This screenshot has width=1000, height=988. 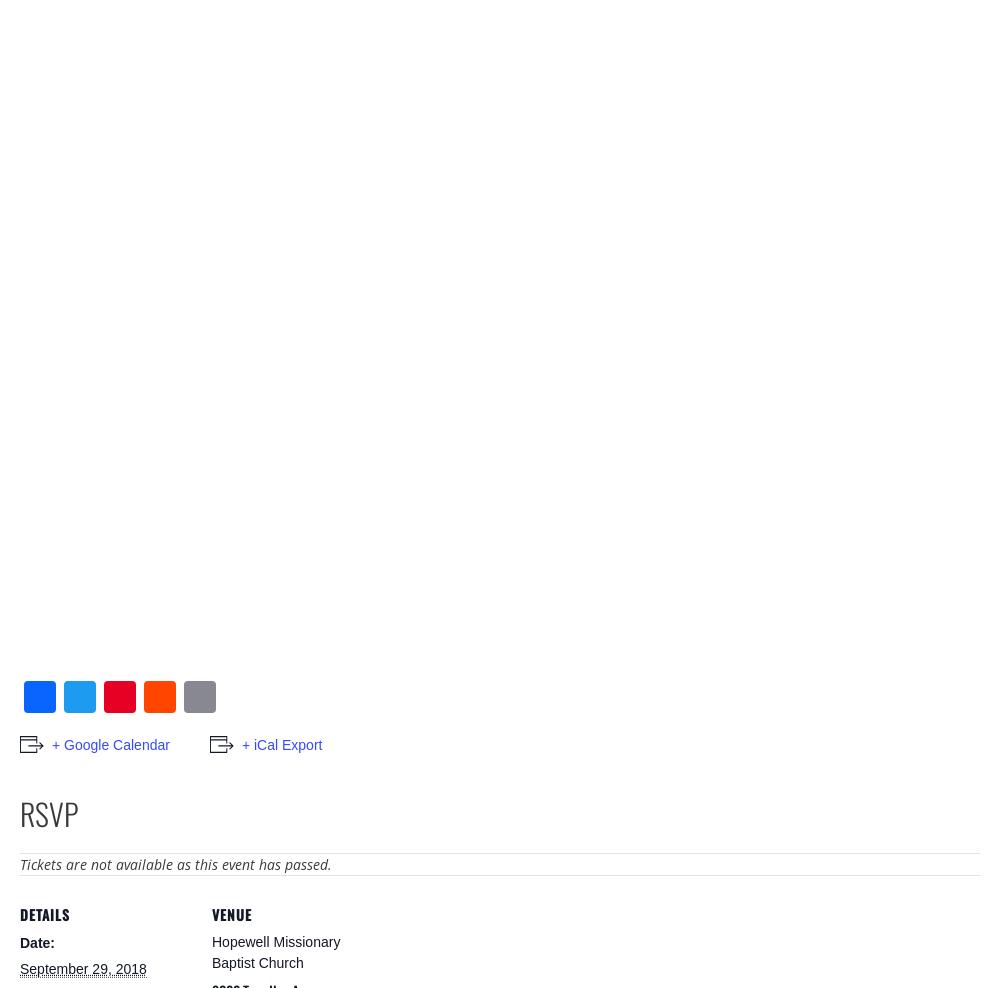 What do you see at coordinates (215, 727) in the screenshot?
I see `'Email'` at bounding box center [215, 727].